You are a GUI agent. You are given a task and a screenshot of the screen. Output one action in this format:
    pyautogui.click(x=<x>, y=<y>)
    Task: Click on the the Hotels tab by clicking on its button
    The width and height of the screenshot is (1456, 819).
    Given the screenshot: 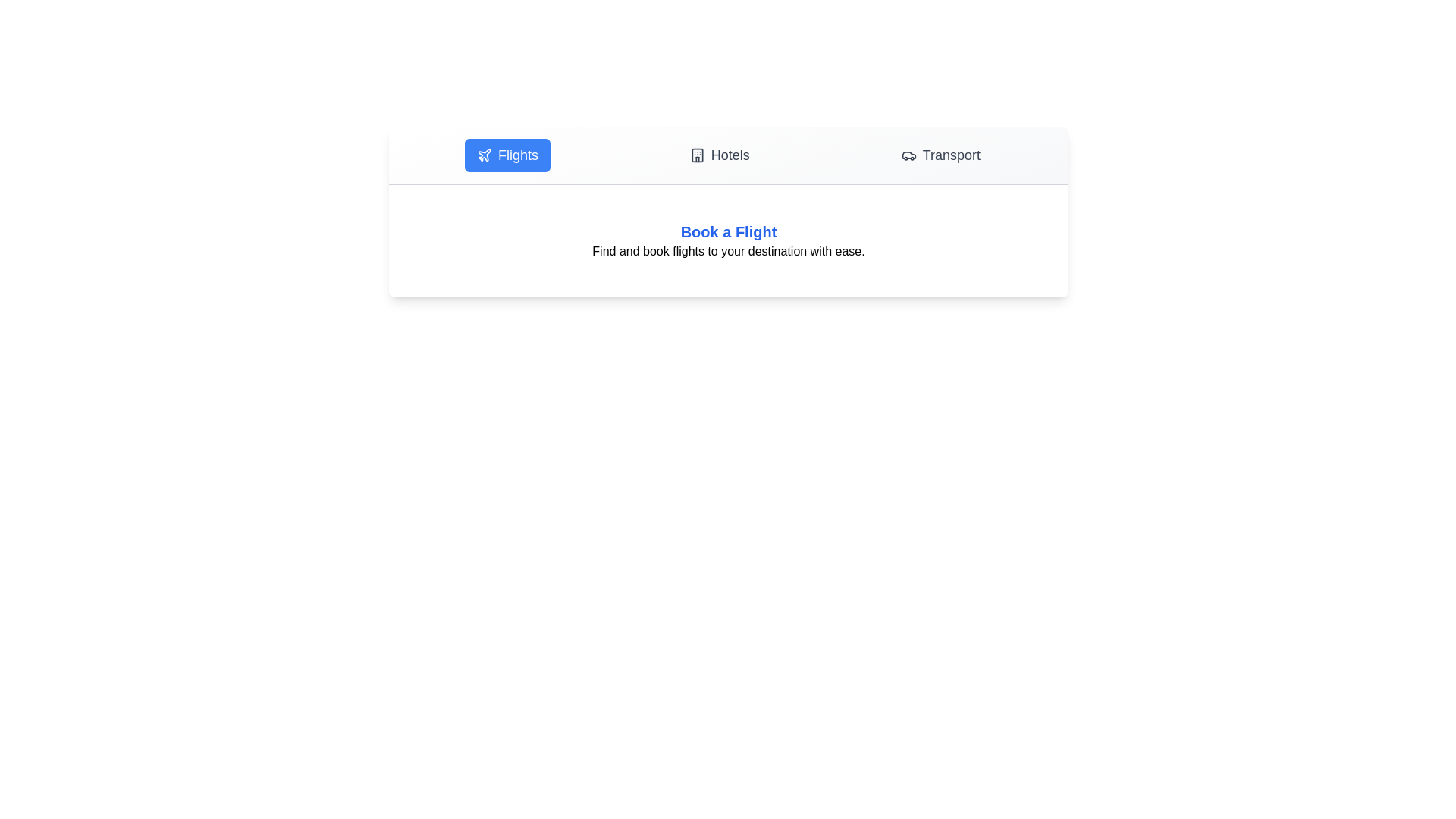 What is the action you would take?
    pyautogui.click(x=719, y=155)
    